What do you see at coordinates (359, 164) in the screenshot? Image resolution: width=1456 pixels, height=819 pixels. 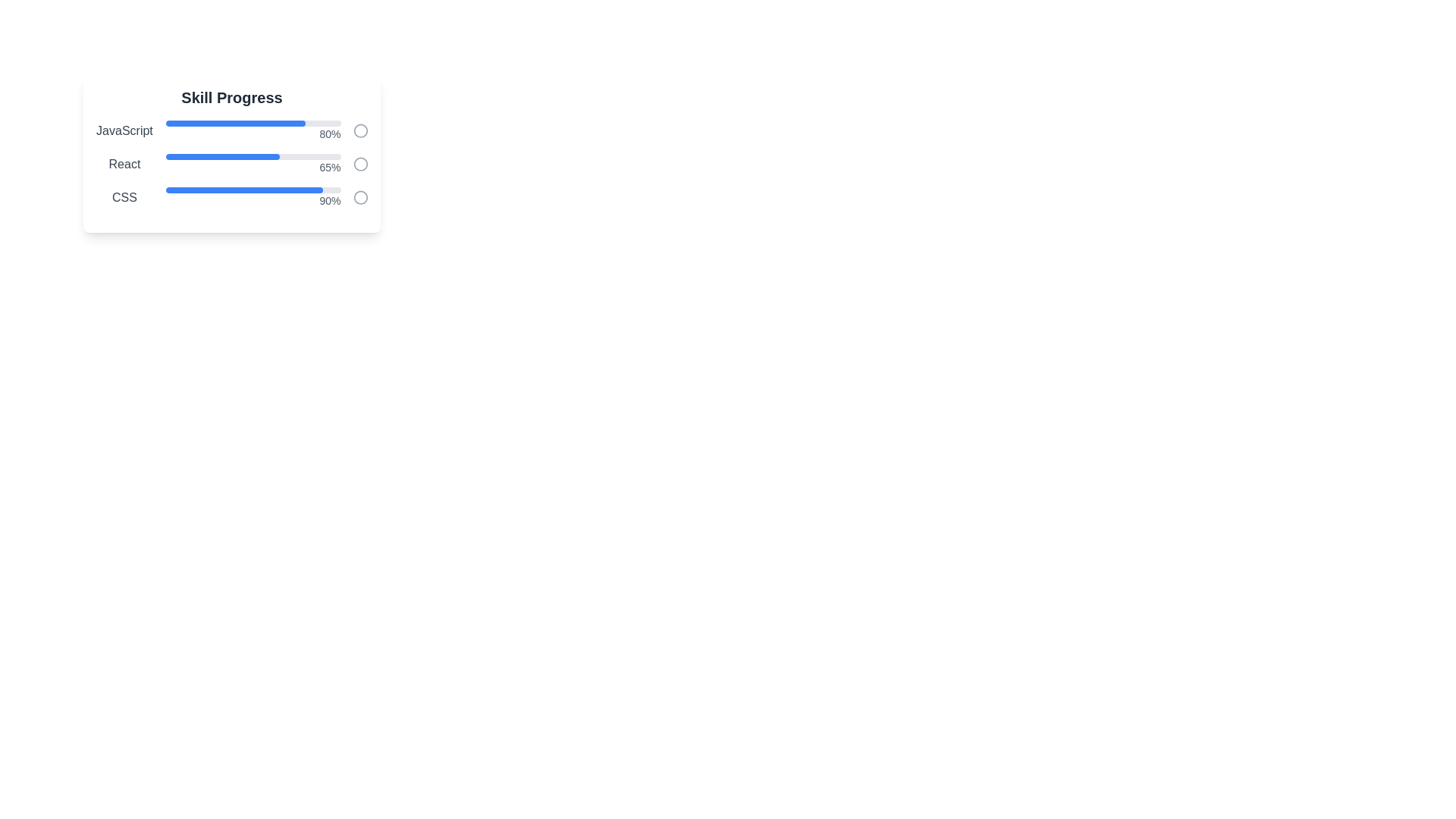 I see `the unfilled circle SVG graphic with a gray border, which is the second indicator in a vertical series next to the 'React' skill progress bar` at bounding box center [359, 164].